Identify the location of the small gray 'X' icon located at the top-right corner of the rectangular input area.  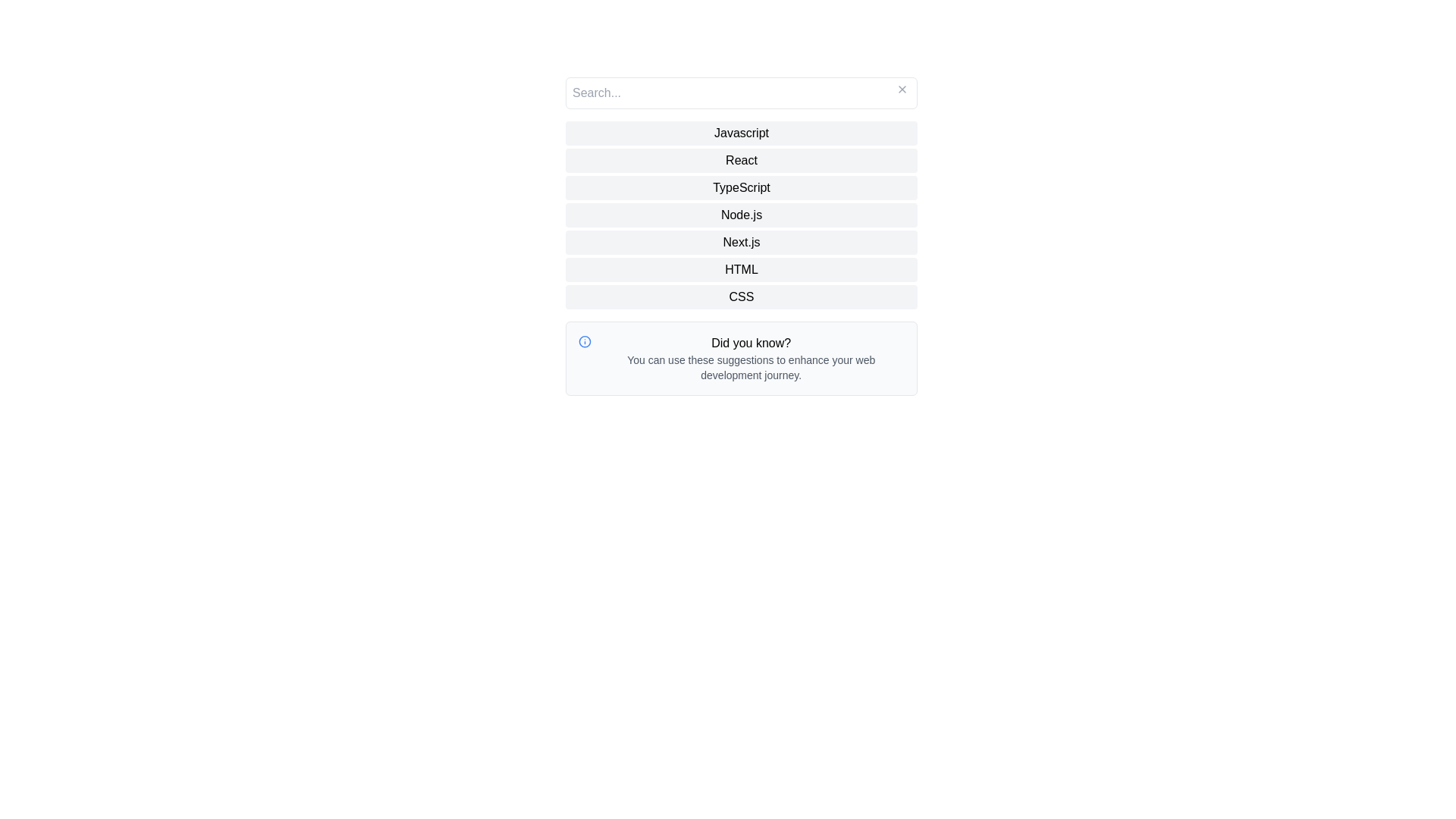
(902, 89).